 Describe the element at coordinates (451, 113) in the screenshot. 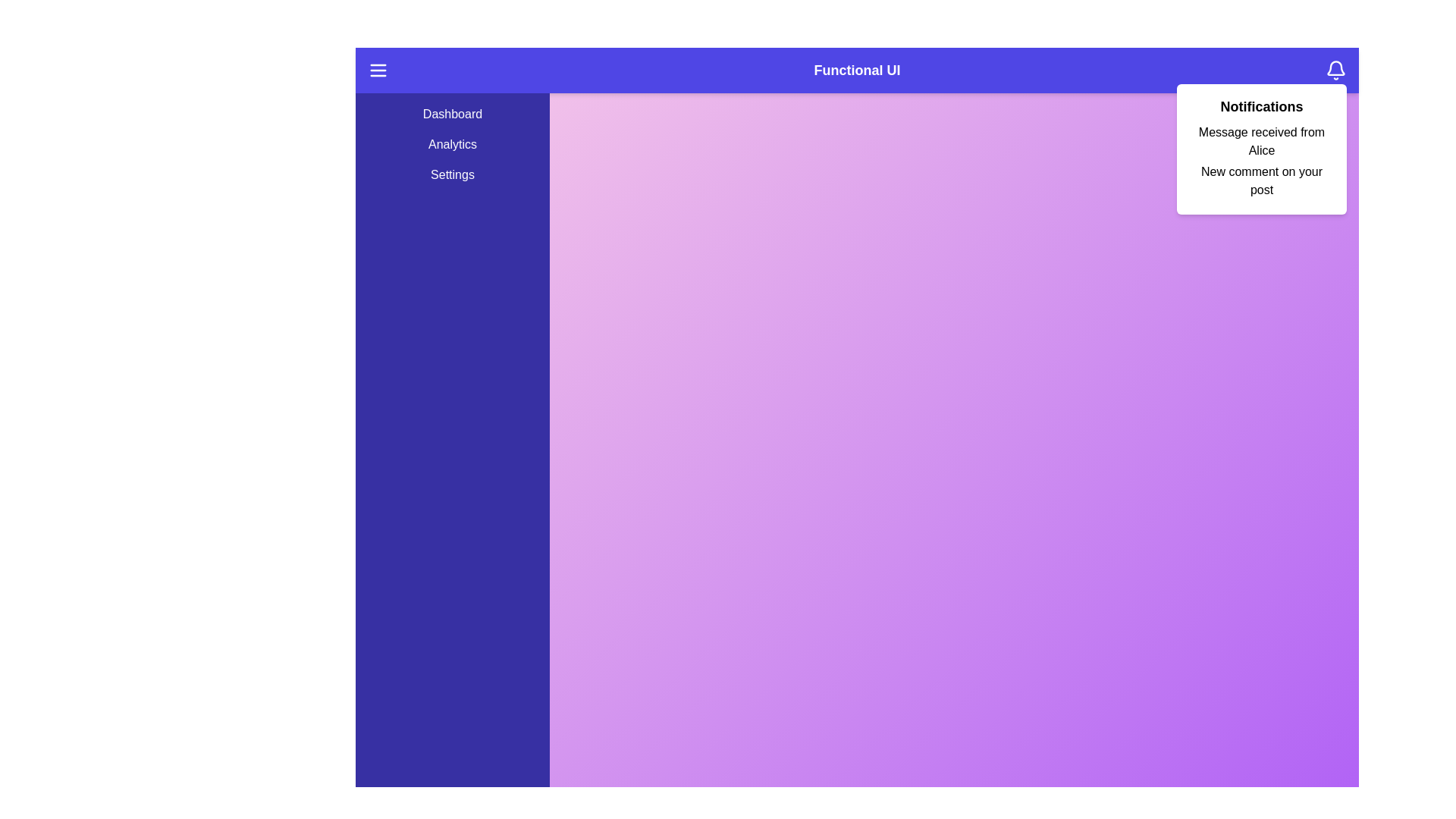

I see `the menu item Dashboard from the side menu` at that location.